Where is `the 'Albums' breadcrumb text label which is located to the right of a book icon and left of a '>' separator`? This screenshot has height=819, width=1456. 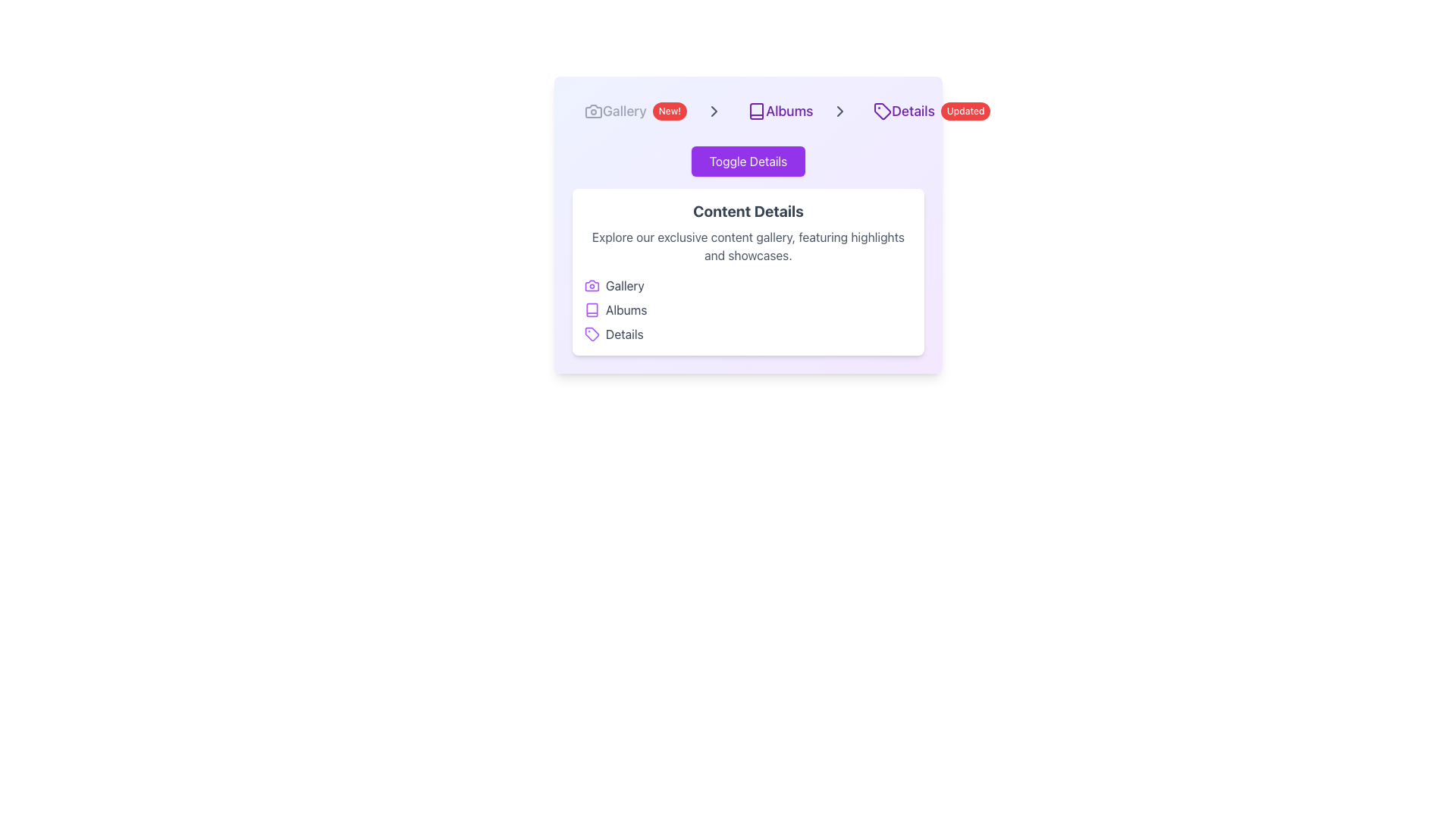 the 'Albums' breadcrumb text label which is located to the right of a book icon and left of a '>' separator is located at coordinates (789, 110).